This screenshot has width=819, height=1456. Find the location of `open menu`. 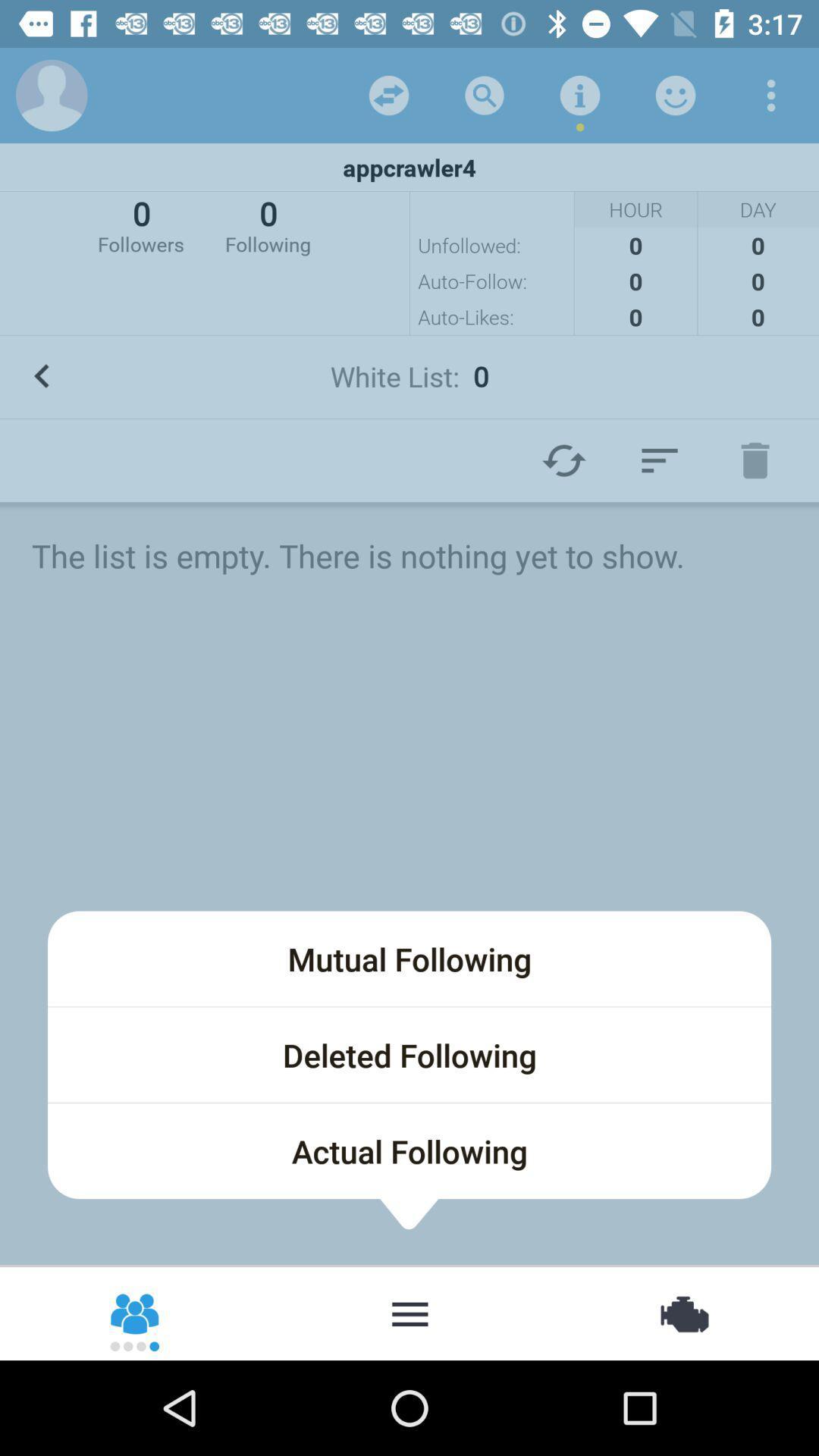

open menu is located at coordinates (409, 1312).